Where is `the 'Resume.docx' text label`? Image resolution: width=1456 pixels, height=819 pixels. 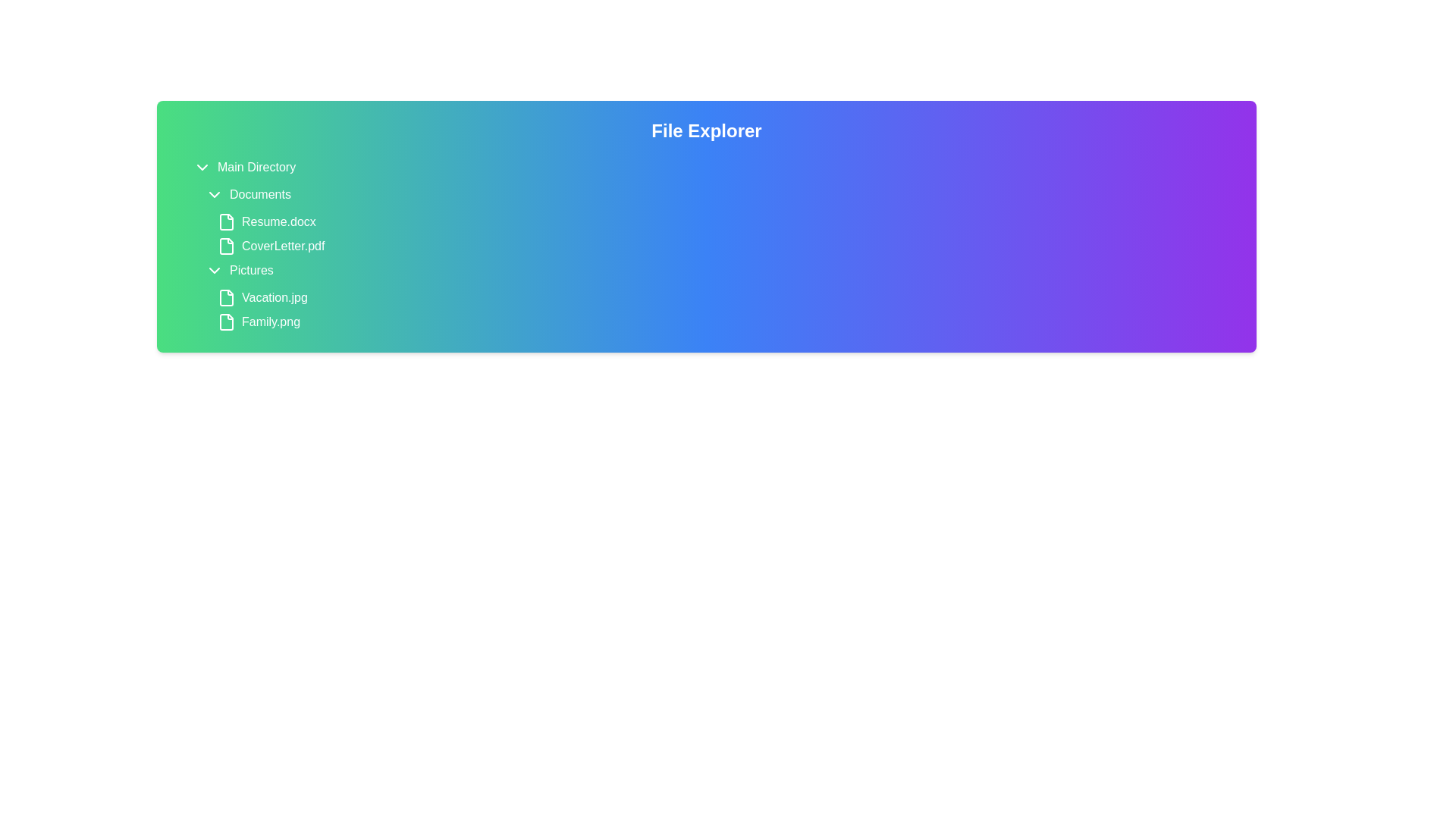
the 'Resume.docx' text label is located at coordinates (278, 222).